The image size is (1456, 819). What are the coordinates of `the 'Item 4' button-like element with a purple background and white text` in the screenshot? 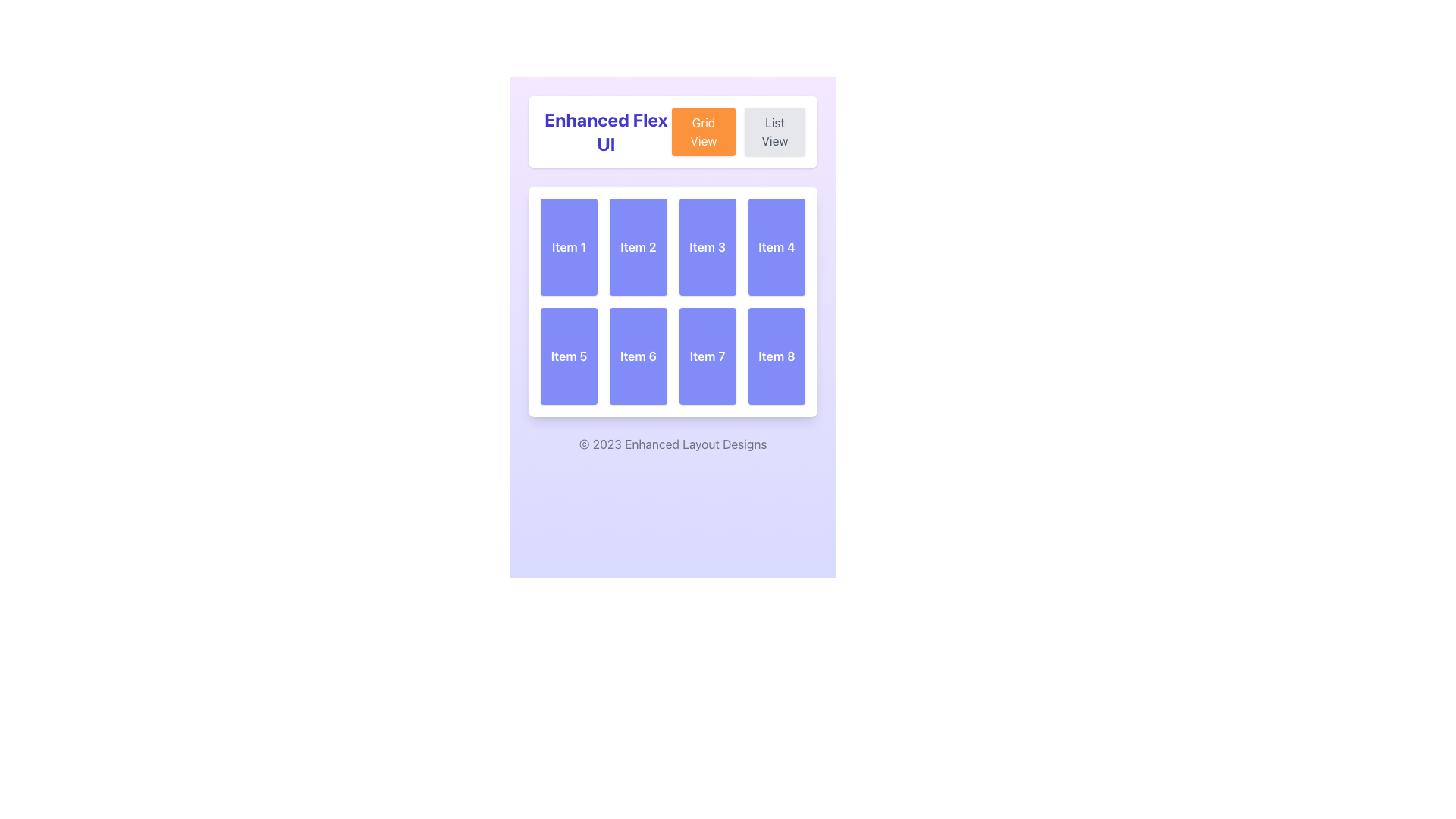 It's located at (777, 246).